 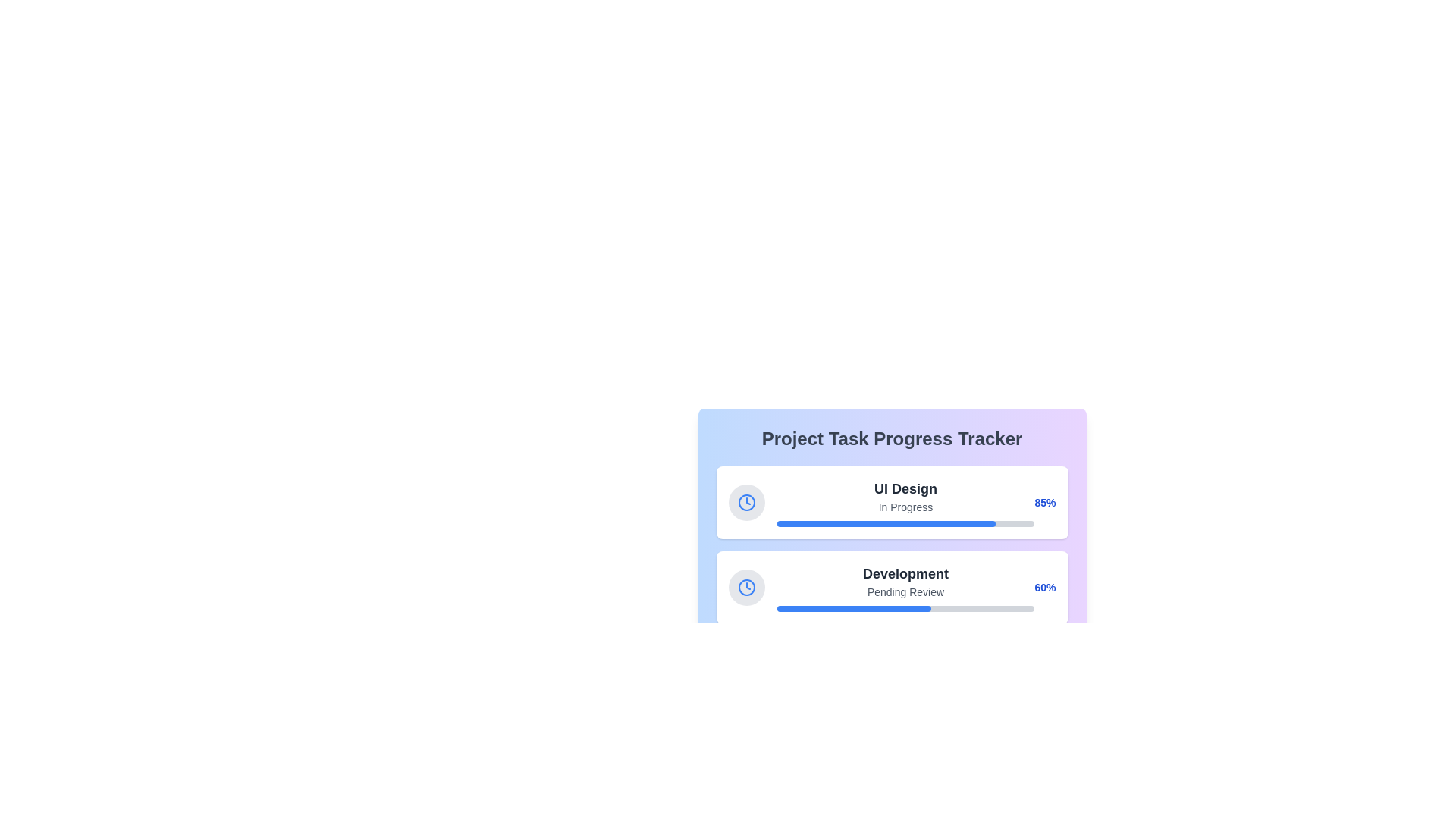 What do you see at coordinates (1044, 587) in the screenshot?
I see `the blue-colored label displaying '60%' located at the right-end corner of the 'Development' progress bar card in the 'Project Task Progress Tracker' interface` at bounding box center [1044, 587].